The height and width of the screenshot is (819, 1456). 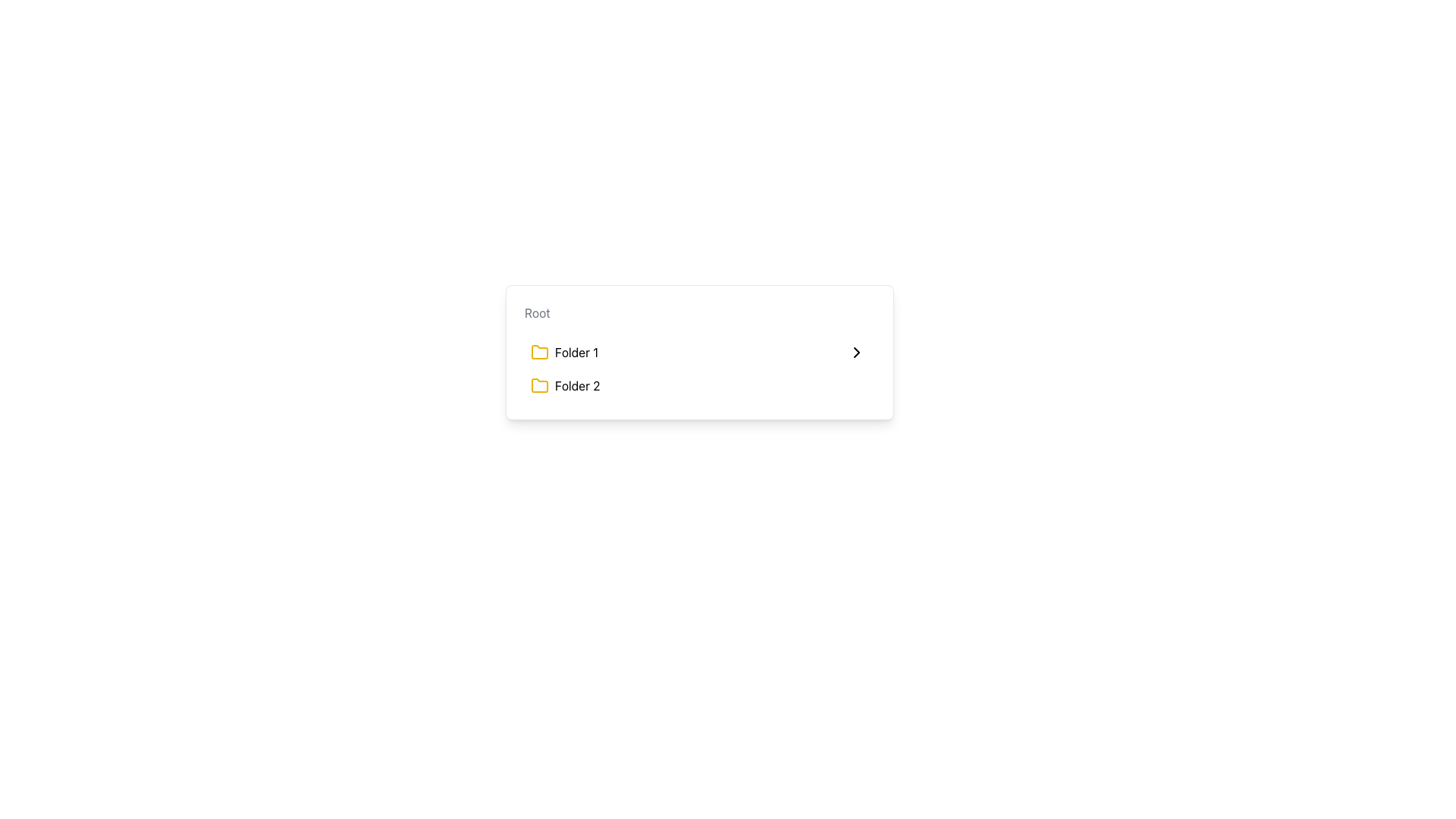 What do you see at coordinates (539, 353) in the screenshot?
I see `the folder icon located at the leftmost position in the 'Folder 1' row of the navigation UI` at bounding box center [539, 353].